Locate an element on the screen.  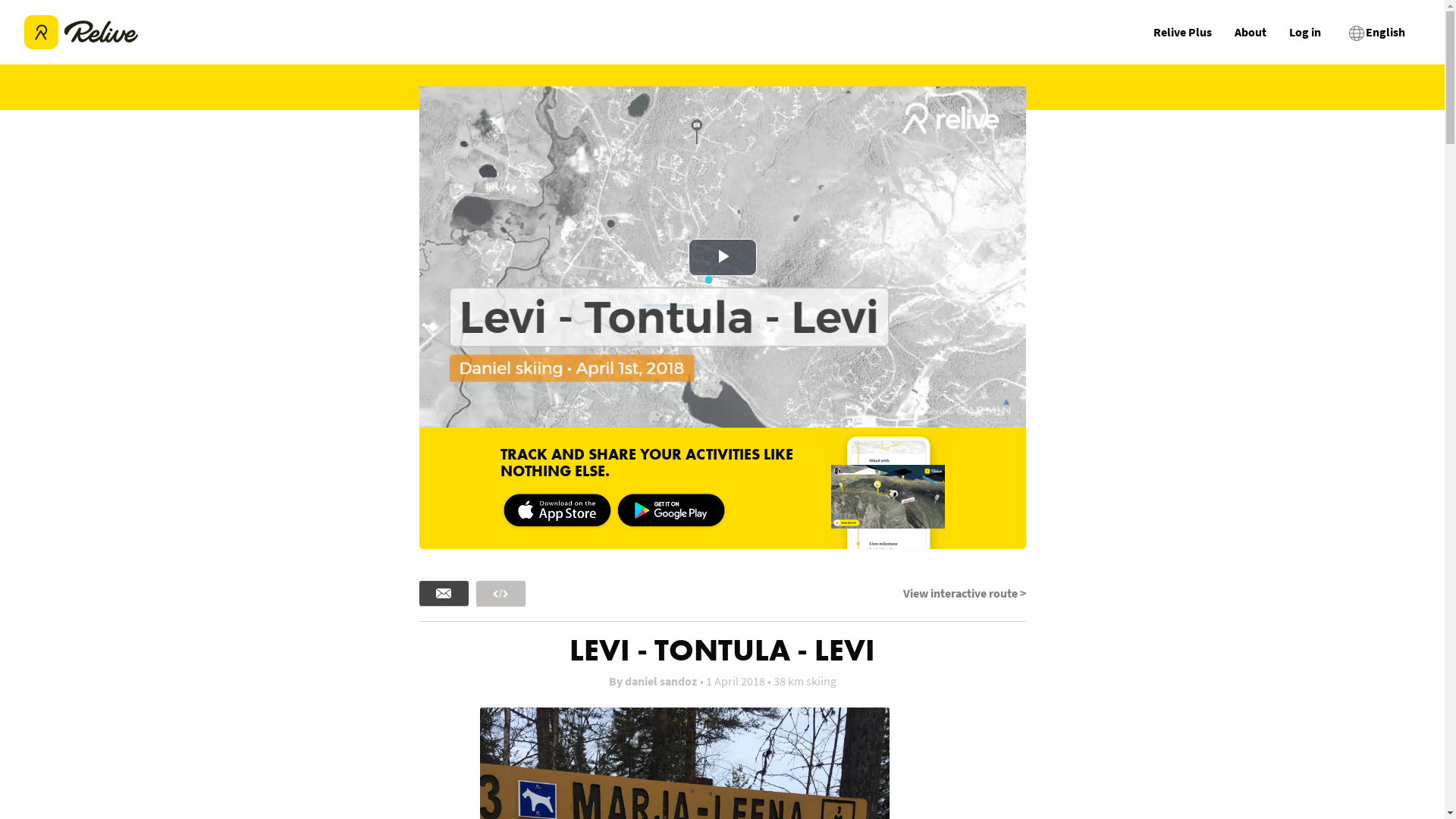
'Log in' is located at coordinates (1304, 32).